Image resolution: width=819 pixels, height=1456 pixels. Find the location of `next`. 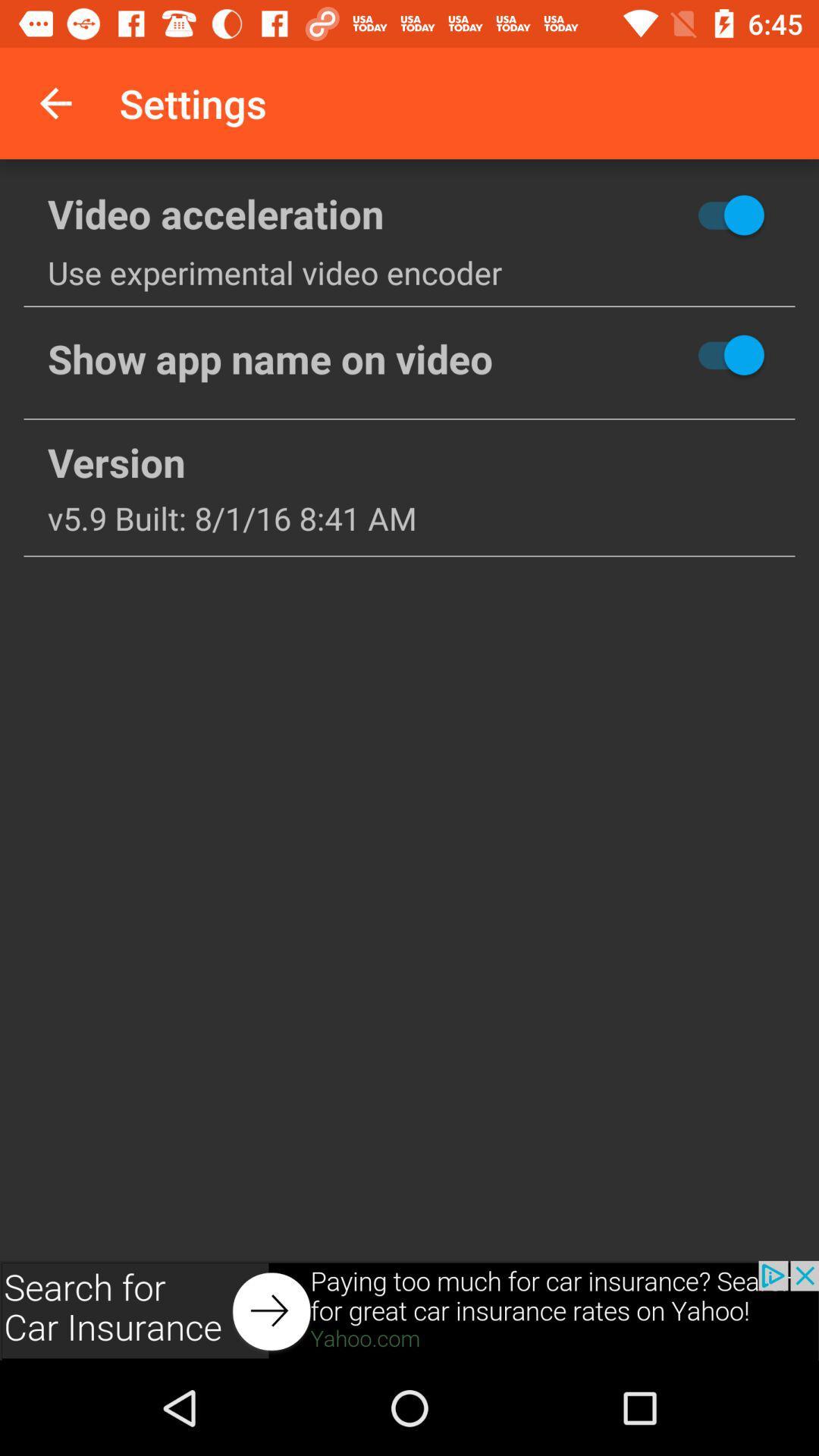

next is located at coordinates (409, 1310).